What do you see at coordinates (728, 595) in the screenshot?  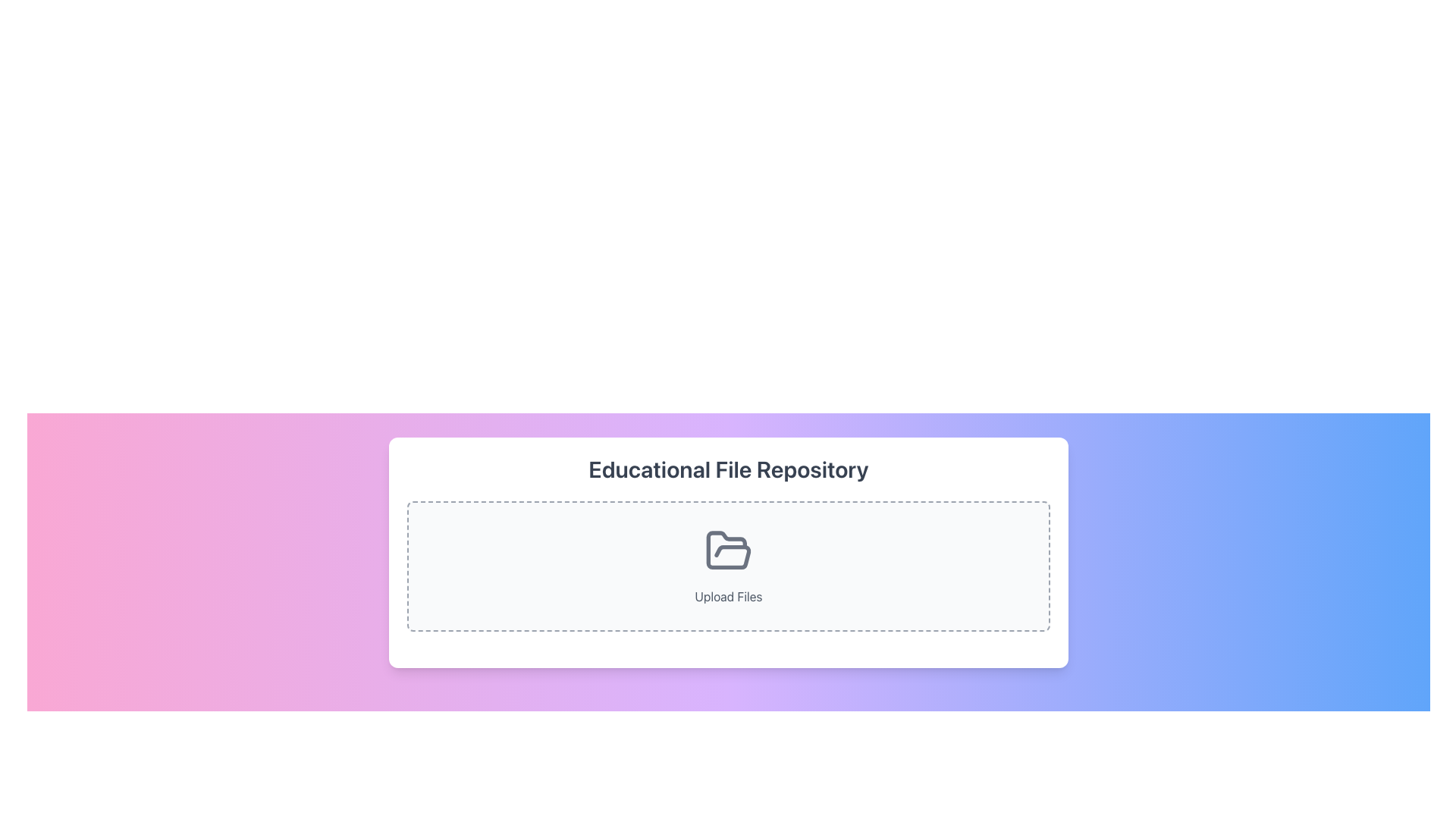 I see `the 'Upload Files' text label, which is displayed in light gray beneath a folder icon within a dashed-bordered upload area` at bounding box center [728, 595].